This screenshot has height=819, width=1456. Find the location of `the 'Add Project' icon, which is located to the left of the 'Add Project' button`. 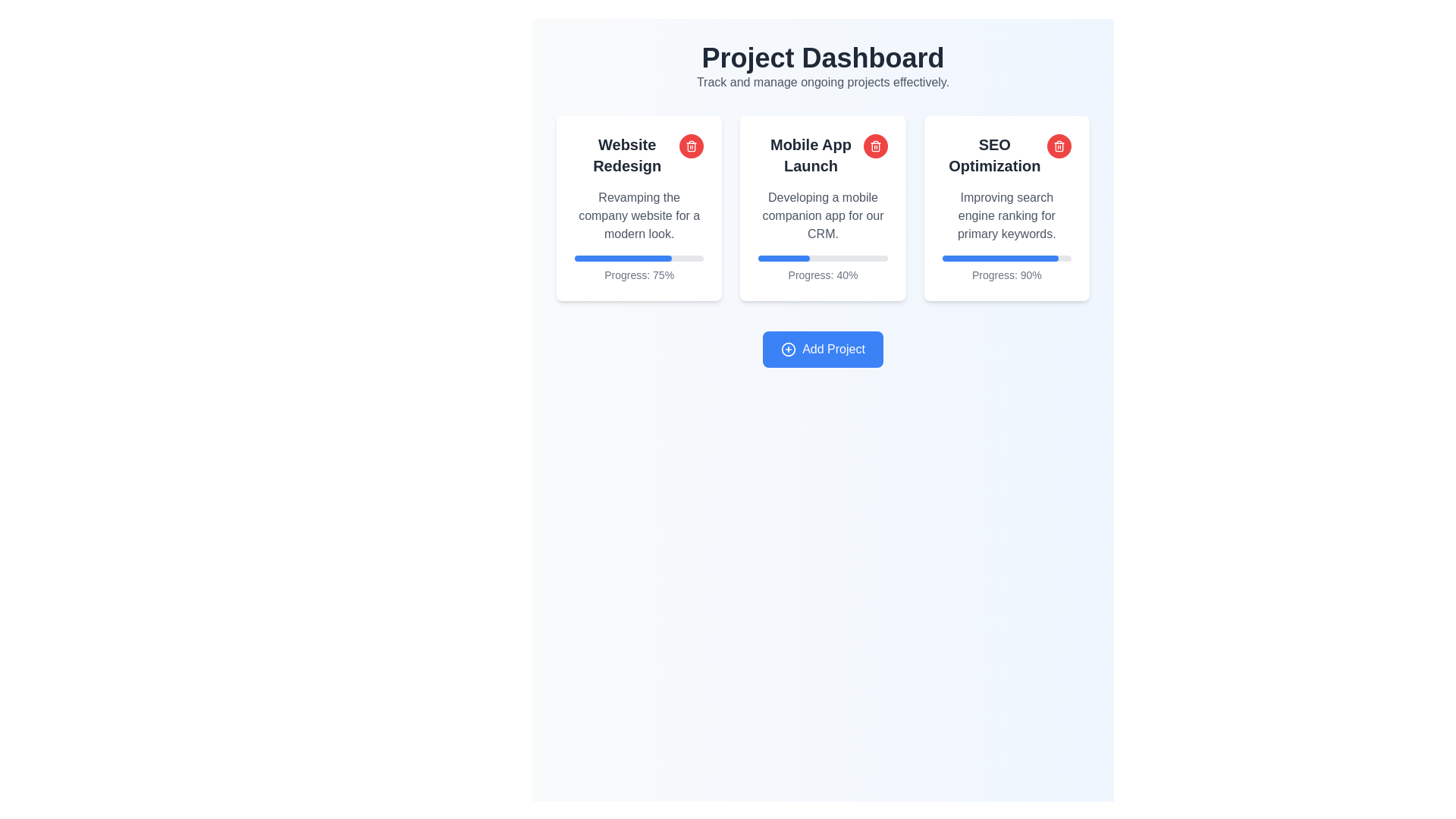

the 'Add Project' icon, which is located to the left of the 'Add Project' button is located at coordinates (789, 350).